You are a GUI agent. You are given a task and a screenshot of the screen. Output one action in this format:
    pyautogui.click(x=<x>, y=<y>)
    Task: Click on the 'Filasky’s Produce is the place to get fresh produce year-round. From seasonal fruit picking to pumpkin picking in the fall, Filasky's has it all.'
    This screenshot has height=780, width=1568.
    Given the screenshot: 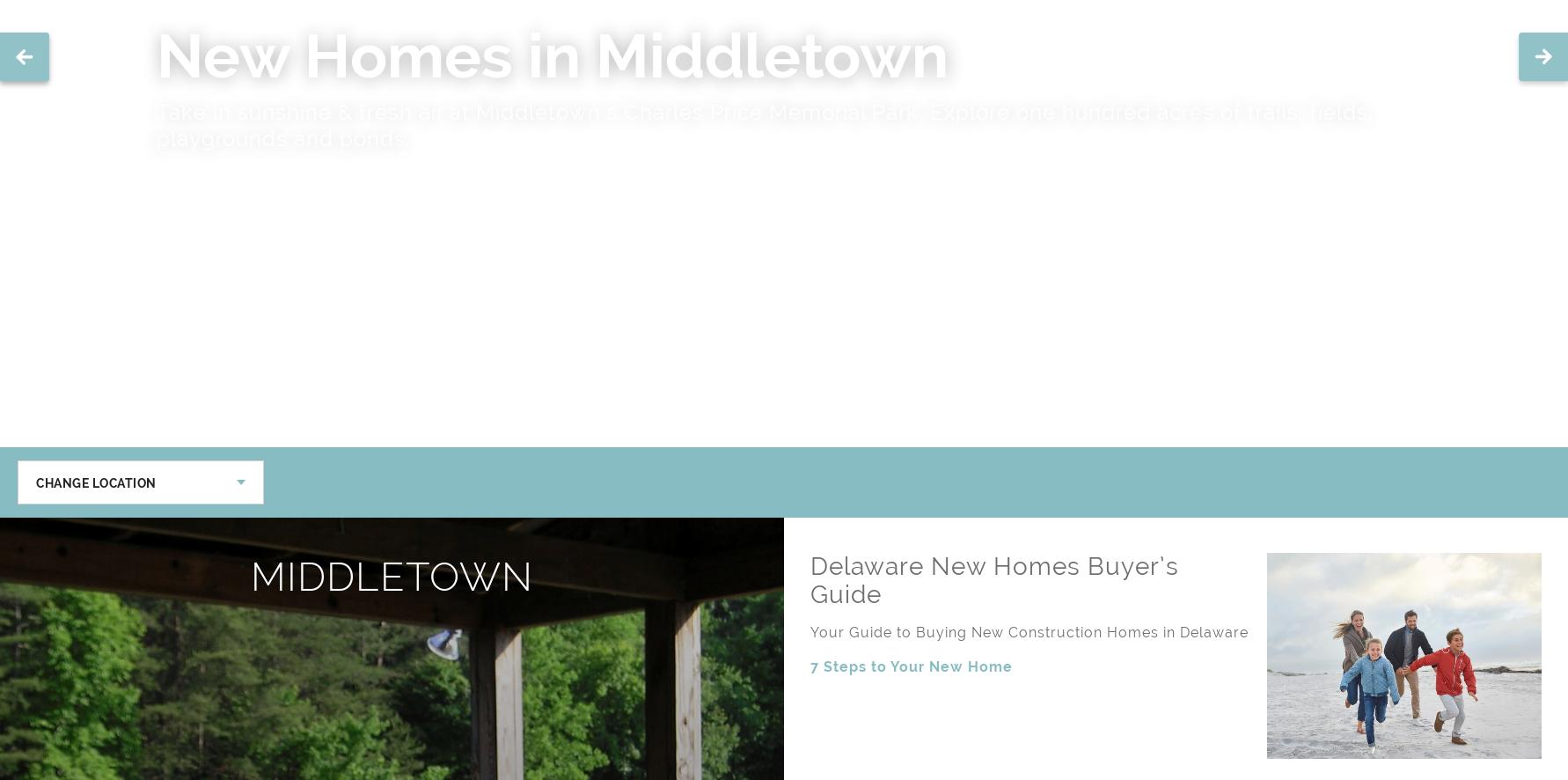 What is the action you would take?
    pyautogui.click(x=766, y=124)
    